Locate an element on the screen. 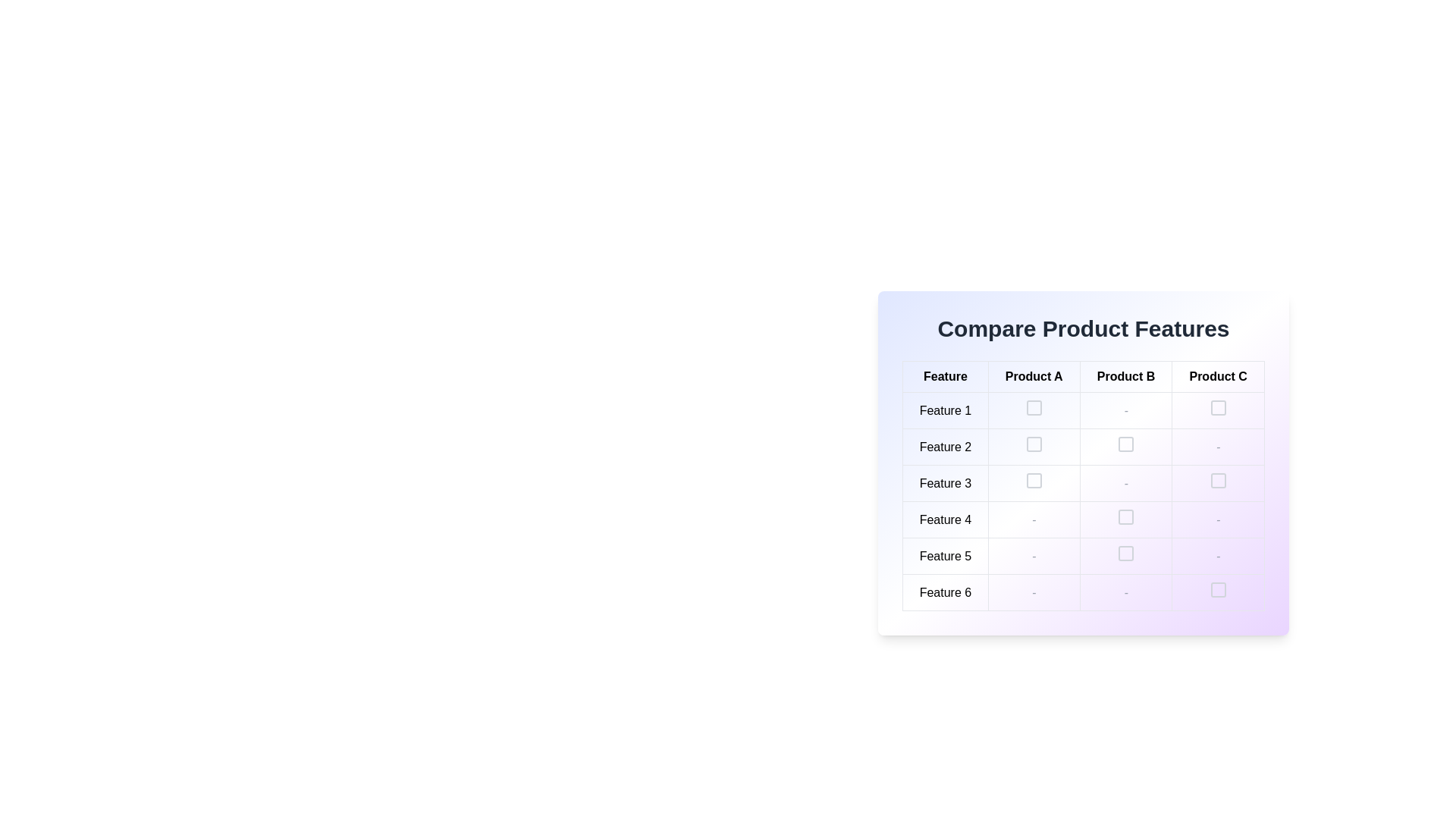  the checkbox located in the first row under the 'Product C' column of the 'Compare Product Features' table is located at coordinates (1218, 406).